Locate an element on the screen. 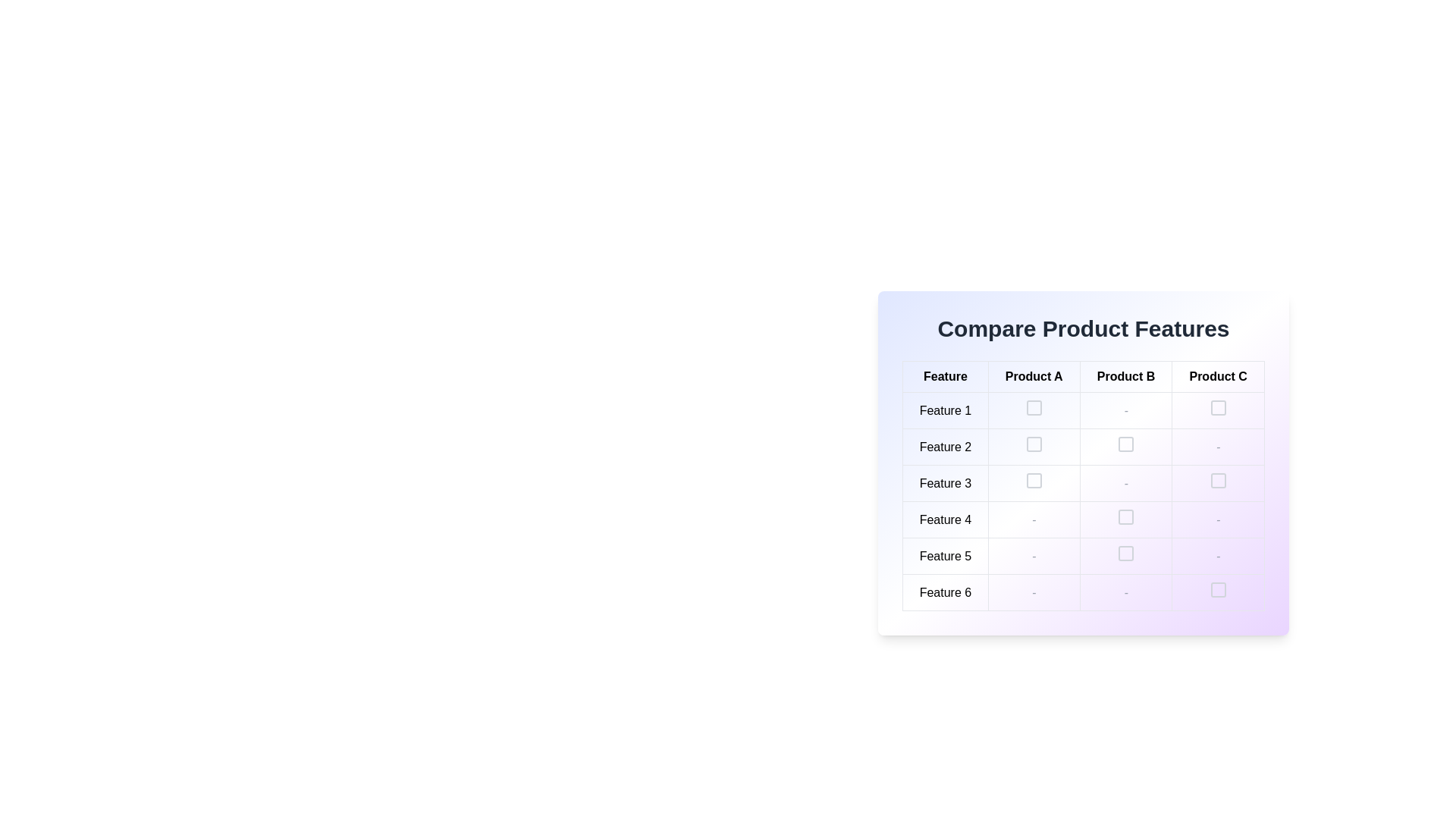  the checkbox located in the first row under the 'Product C' column of the 'Compare Product Features' table is located at coordinates (1218, 406).